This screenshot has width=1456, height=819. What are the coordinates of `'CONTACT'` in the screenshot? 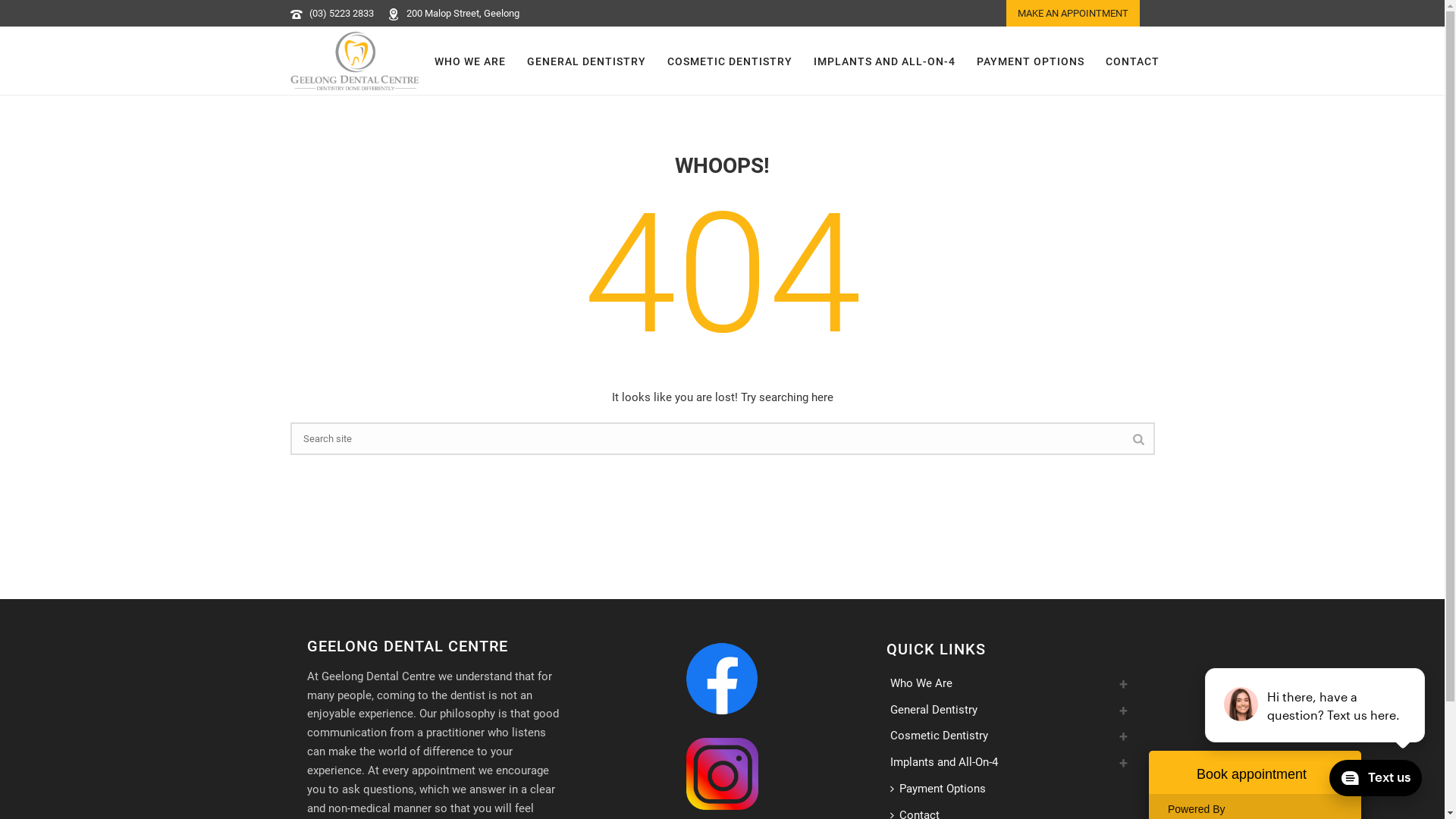 It's located at (1132, 61).